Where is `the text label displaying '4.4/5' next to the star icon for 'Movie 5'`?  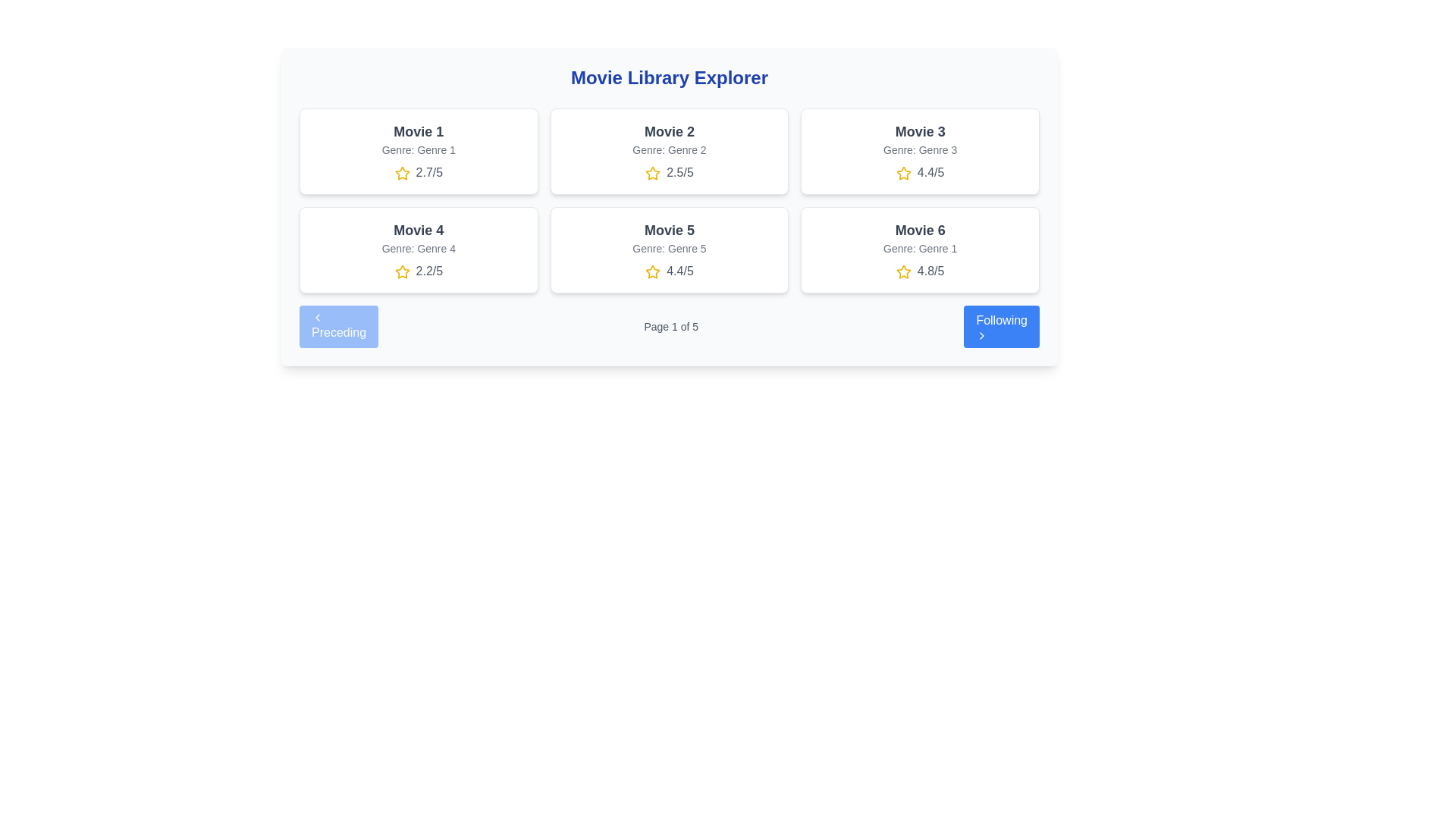 the text label displaying '4.4/5' next to the star icon for 'Movie 5' is located at coordinates (679, 270).